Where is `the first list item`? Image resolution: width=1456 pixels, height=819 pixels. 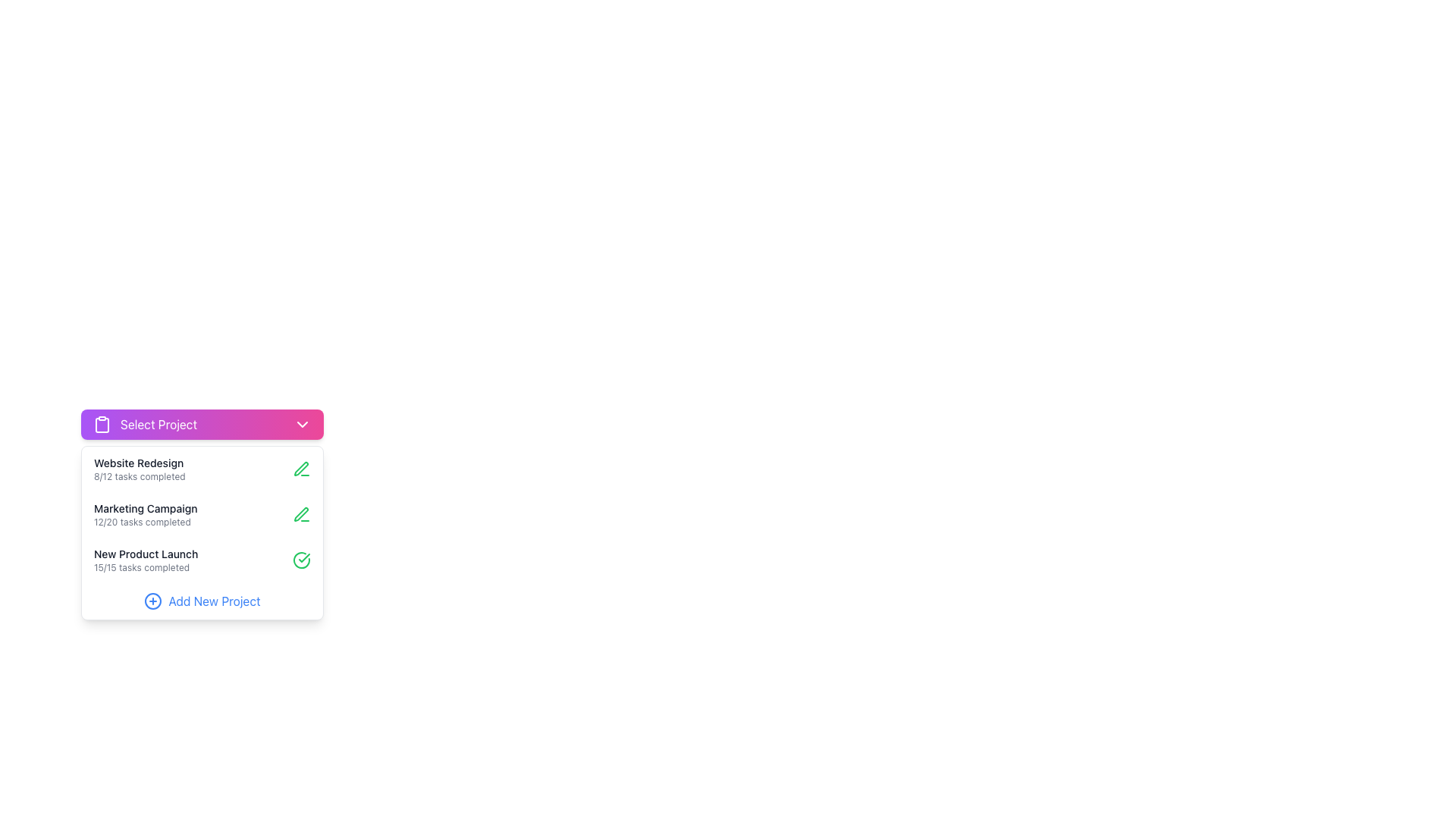
the first list item is located at coordinates (202, 468).